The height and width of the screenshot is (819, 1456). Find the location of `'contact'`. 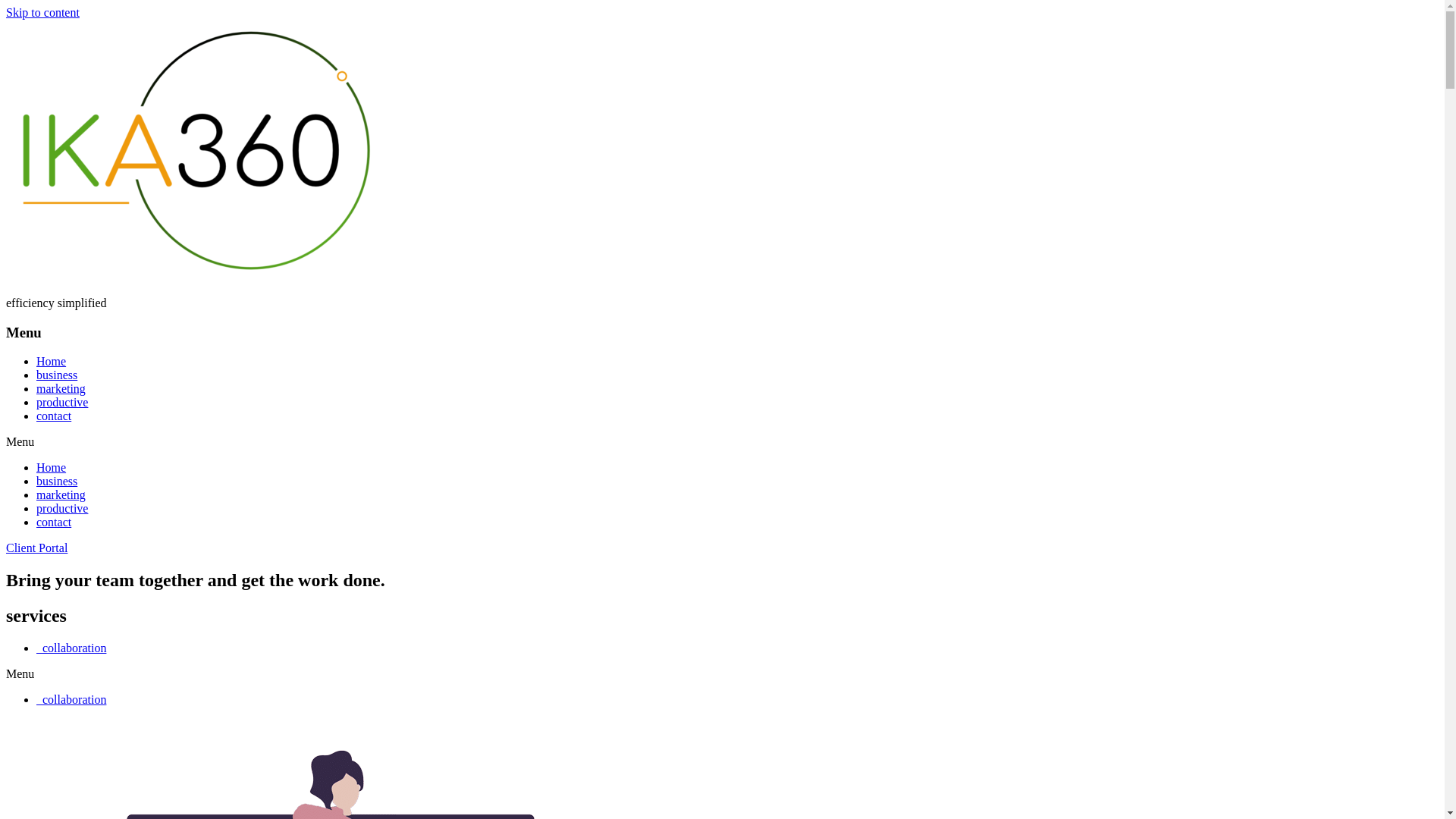

'contact' is located at coordinates (54, 416).